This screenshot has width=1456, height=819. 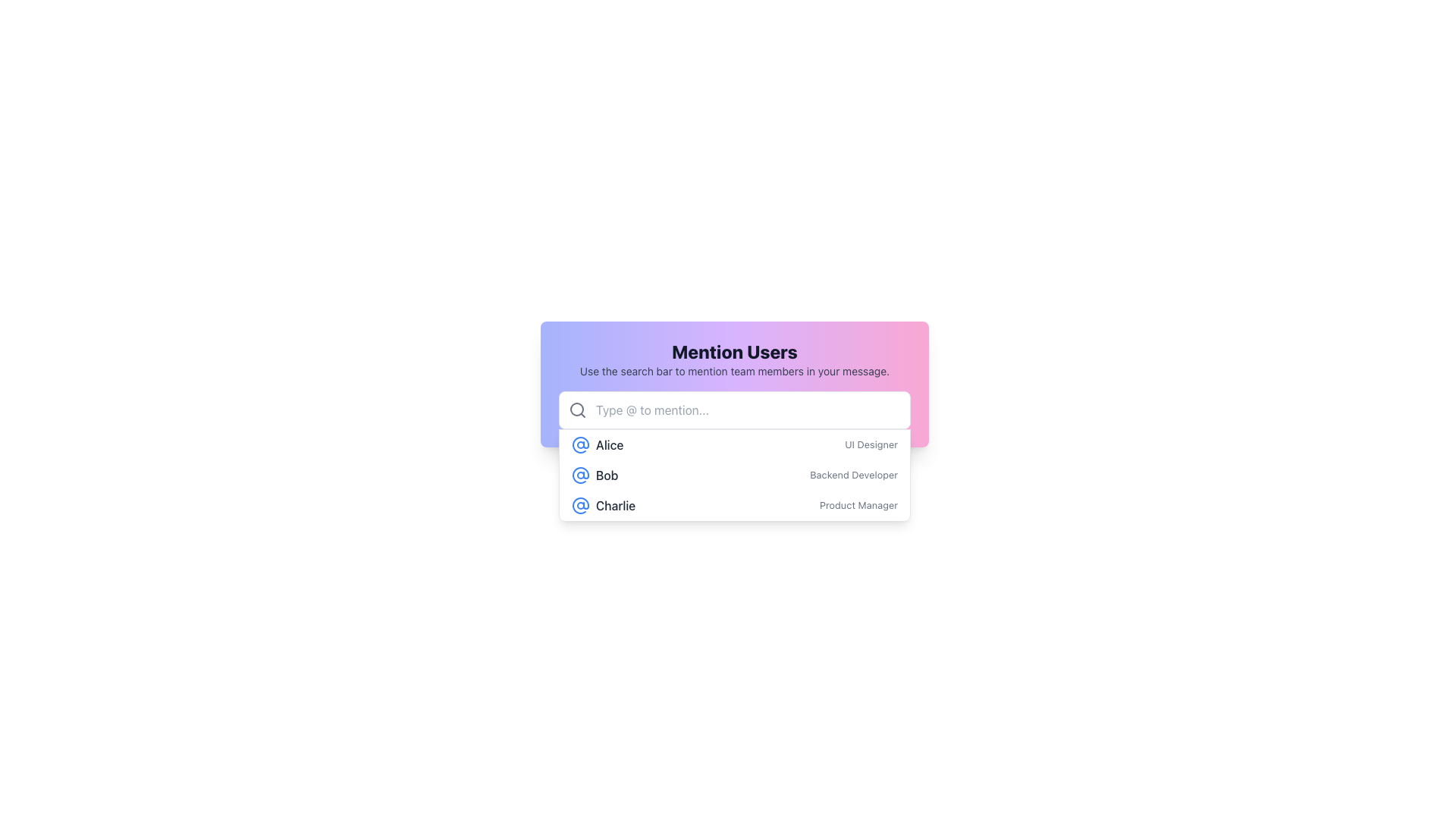 What do you see at coordinates (580, 506) in the screenshot?
I see `the SVG icon resembling an '@' symbol, which is the third icon in the list of user profiles, positioned to the left of the user's name and role description` at bounding box center [580, 506].